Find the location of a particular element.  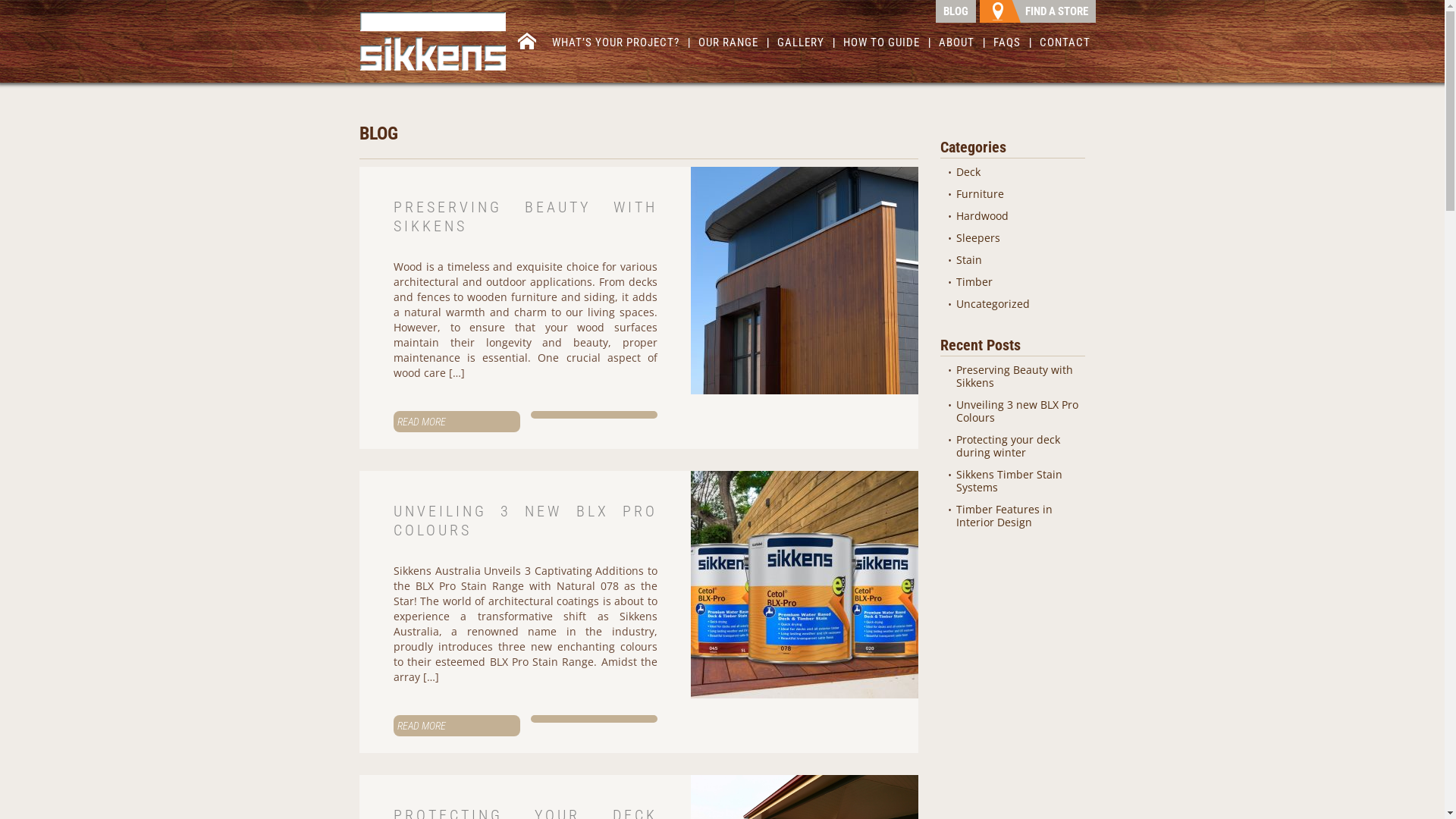

'Unveiling 3 new BLX Pro Colours' is located at coordinates (955, 411).